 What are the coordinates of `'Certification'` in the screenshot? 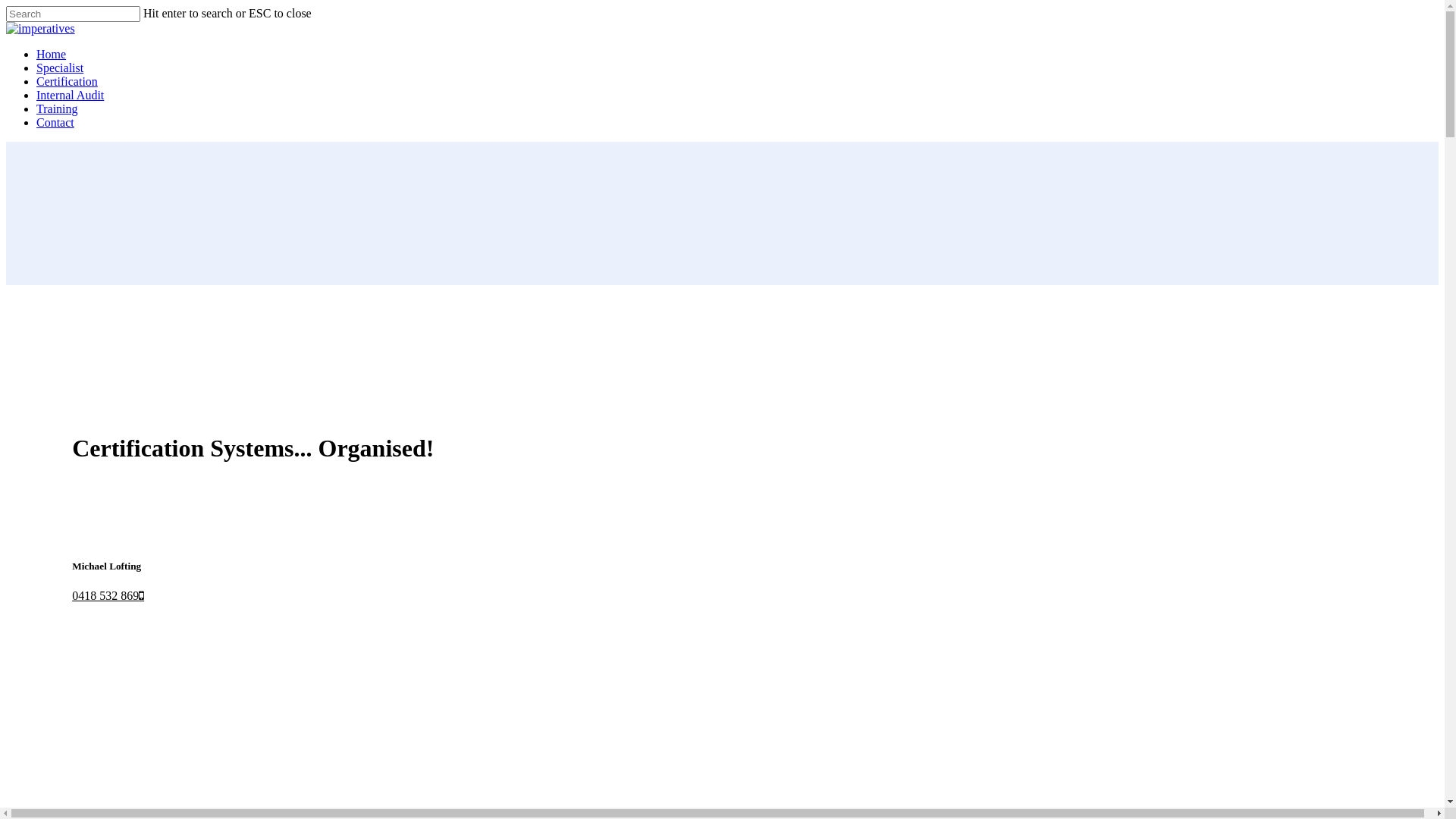 It's located at (66, 81).